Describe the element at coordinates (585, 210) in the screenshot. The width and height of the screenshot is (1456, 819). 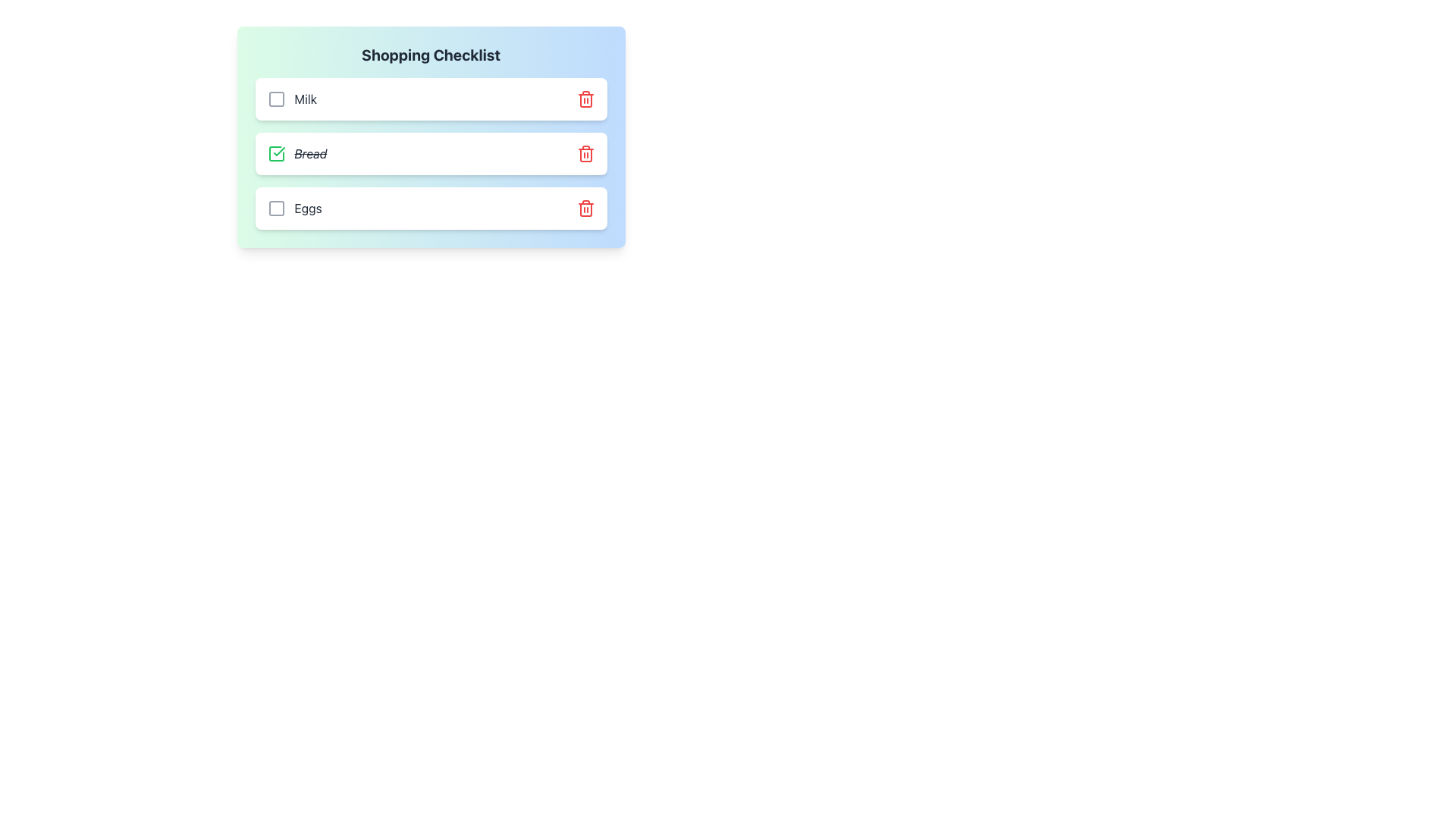
I see `the red trash bin icon located on the right side of the 'Bread' item in the shopping checklist` at that location.